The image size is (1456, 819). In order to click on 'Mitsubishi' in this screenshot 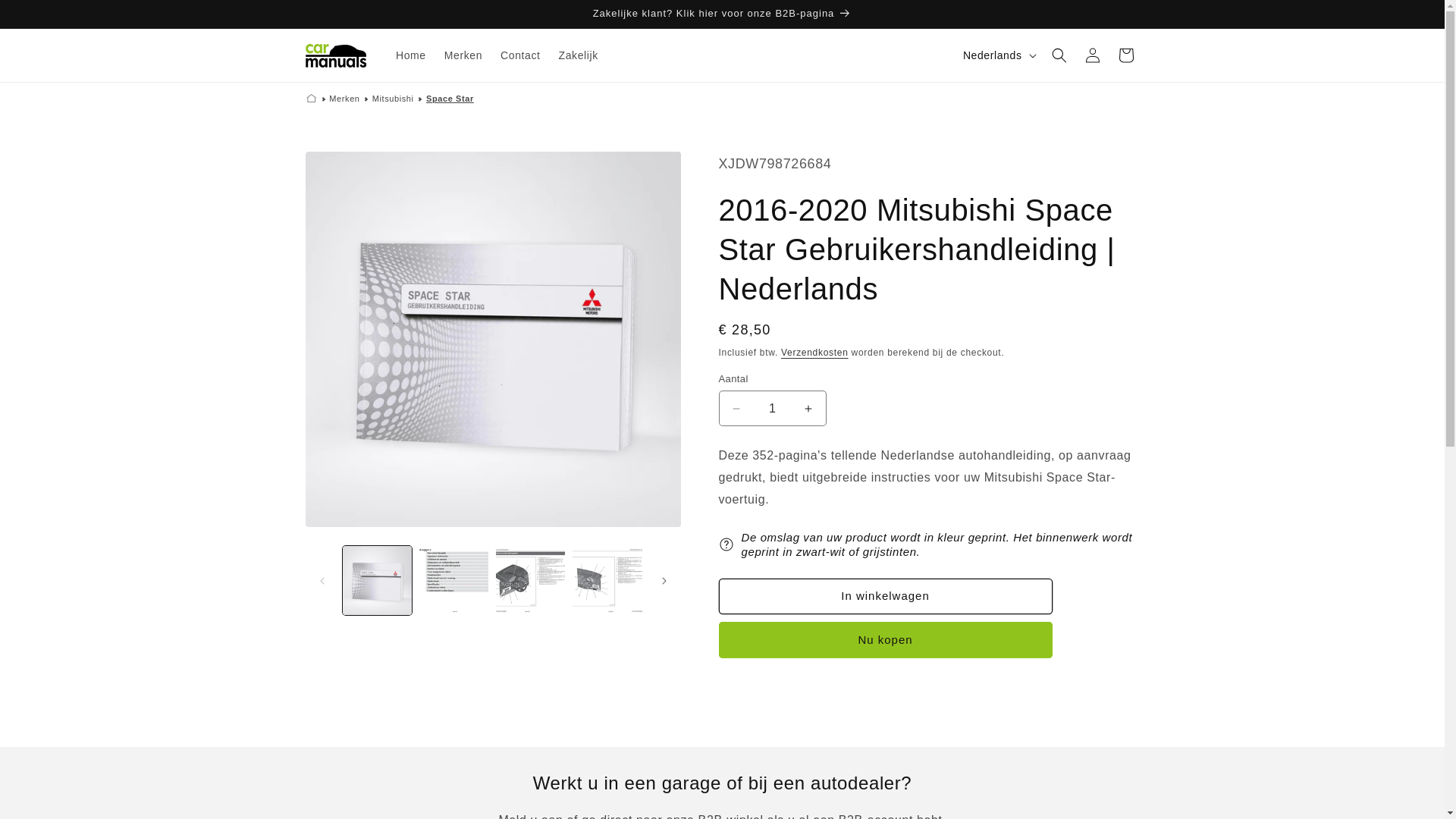, I will do `click(393, 99)`.